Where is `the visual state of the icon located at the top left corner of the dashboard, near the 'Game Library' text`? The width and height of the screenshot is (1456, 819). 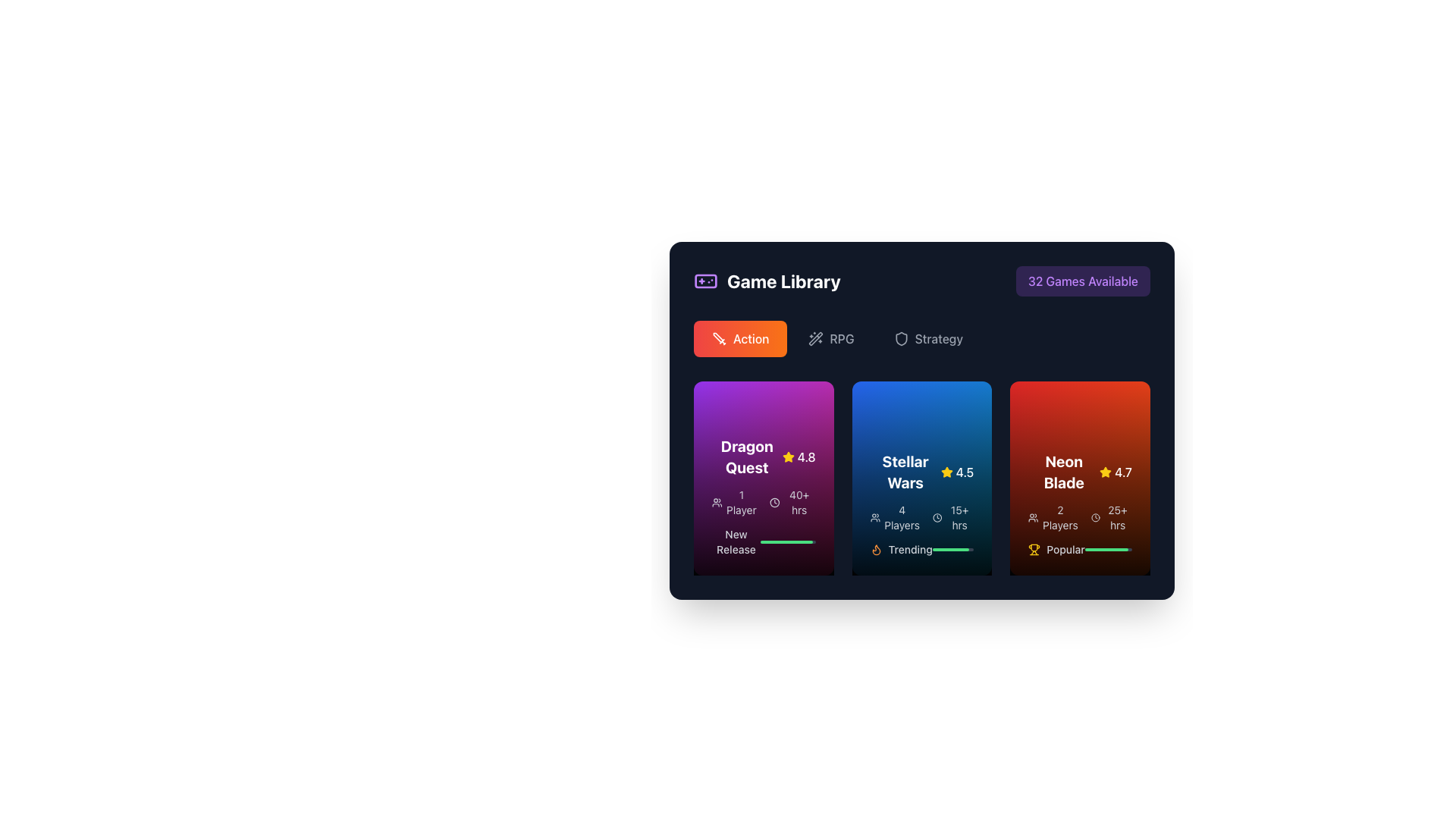
the visual state of the icon located at the top left corner of the dashboard, near the 'Game Library' text is located at coordinates (901, 338).